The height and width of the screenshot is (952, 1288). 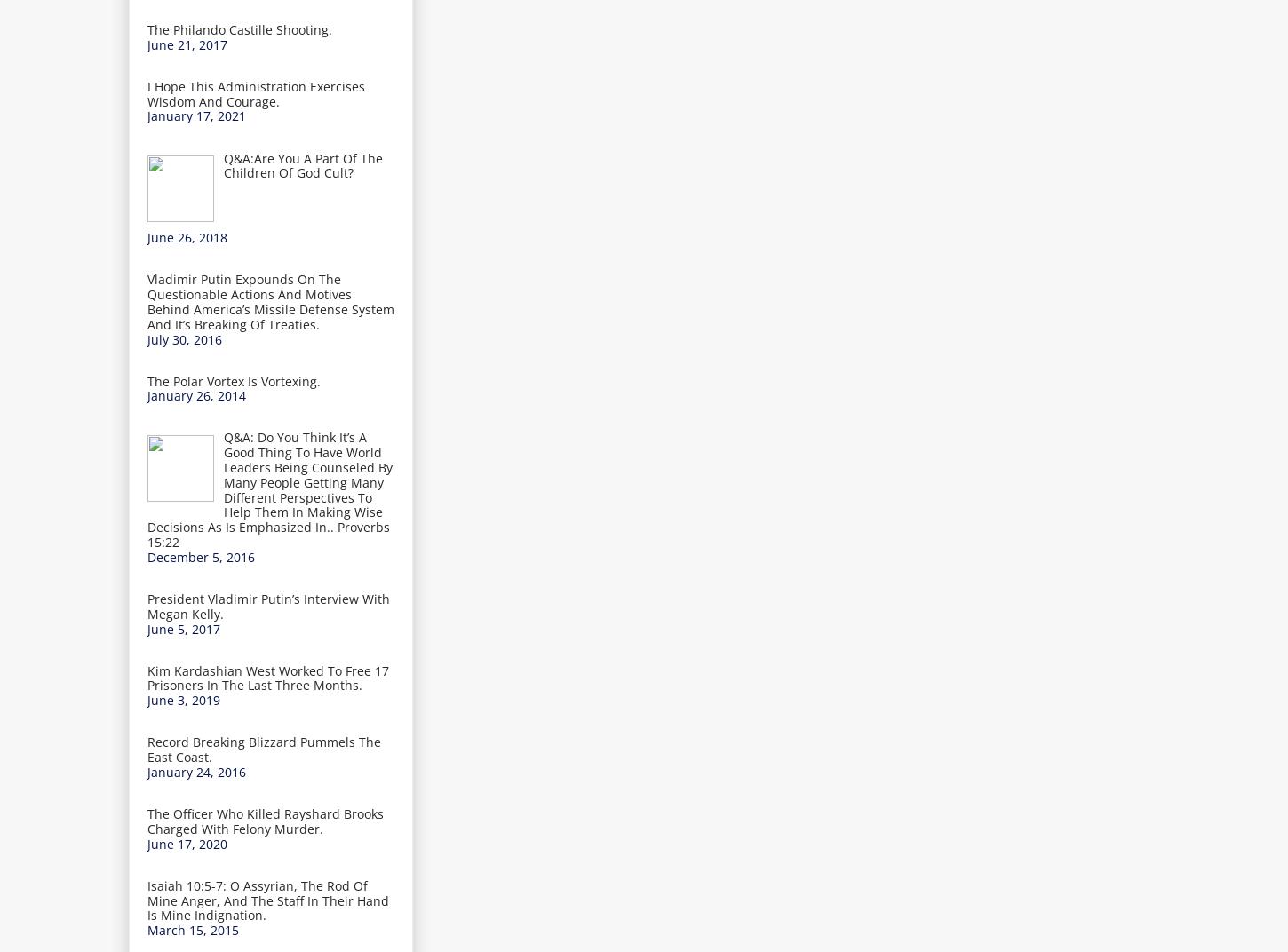 What do you see at coordinates (183, 627) in the screenshot?
I see `'June 5, 2017'` at bounding box center [183, 627].